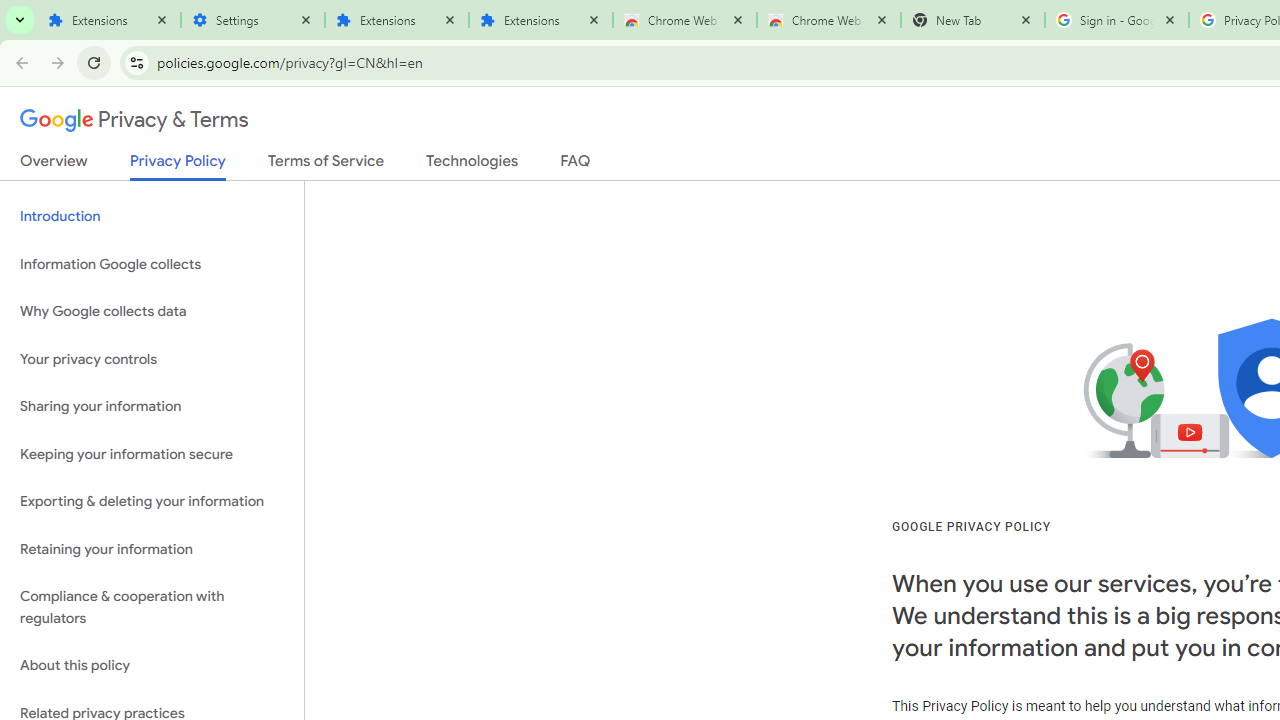  What do you see at coordinates (151, 358) in the screenshot?
I see `'Your privacy controls'` at bounding box center [151, 358].